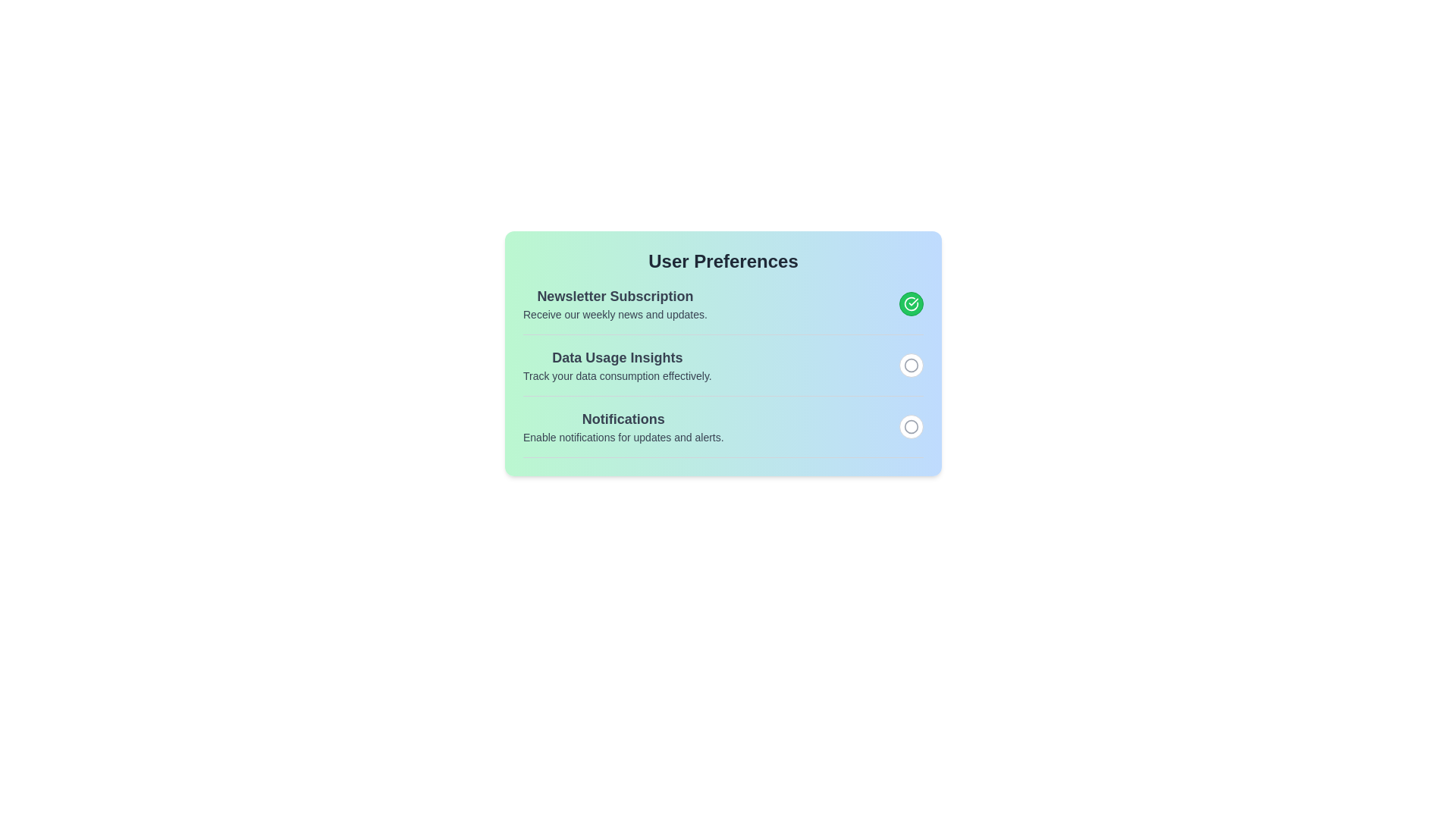 Image resolution: width=1456 pixels, height=819 pixels. I want to click on the static text element that reads 'Track your data consumption effectively', located beneath the heading 'Data Usage Insights' in the user preference section, so click(617, 375).